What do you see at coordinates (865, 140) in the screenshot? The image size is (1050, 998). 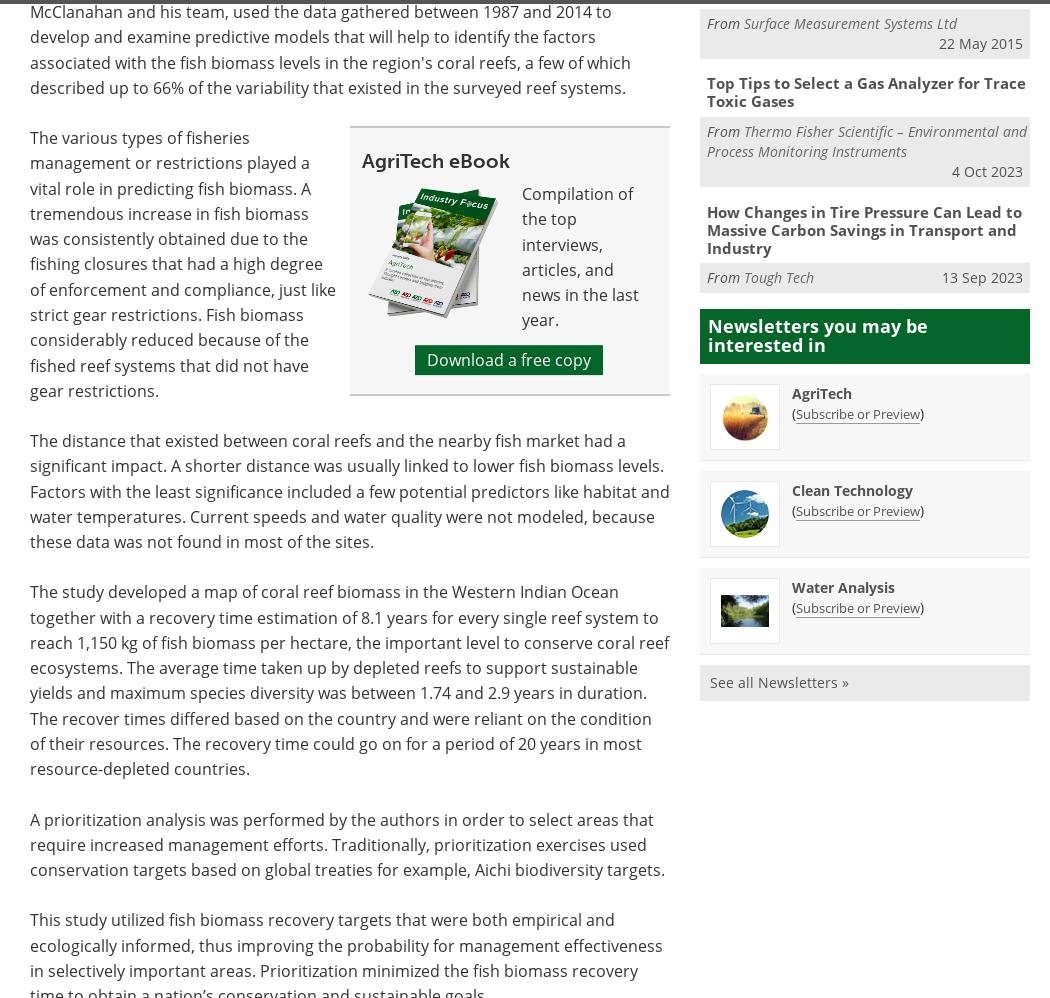 I see `'Thermo Fisher Scientific – Environmental and Process Monitoring Instruments'` at bounding box center [865, 140].